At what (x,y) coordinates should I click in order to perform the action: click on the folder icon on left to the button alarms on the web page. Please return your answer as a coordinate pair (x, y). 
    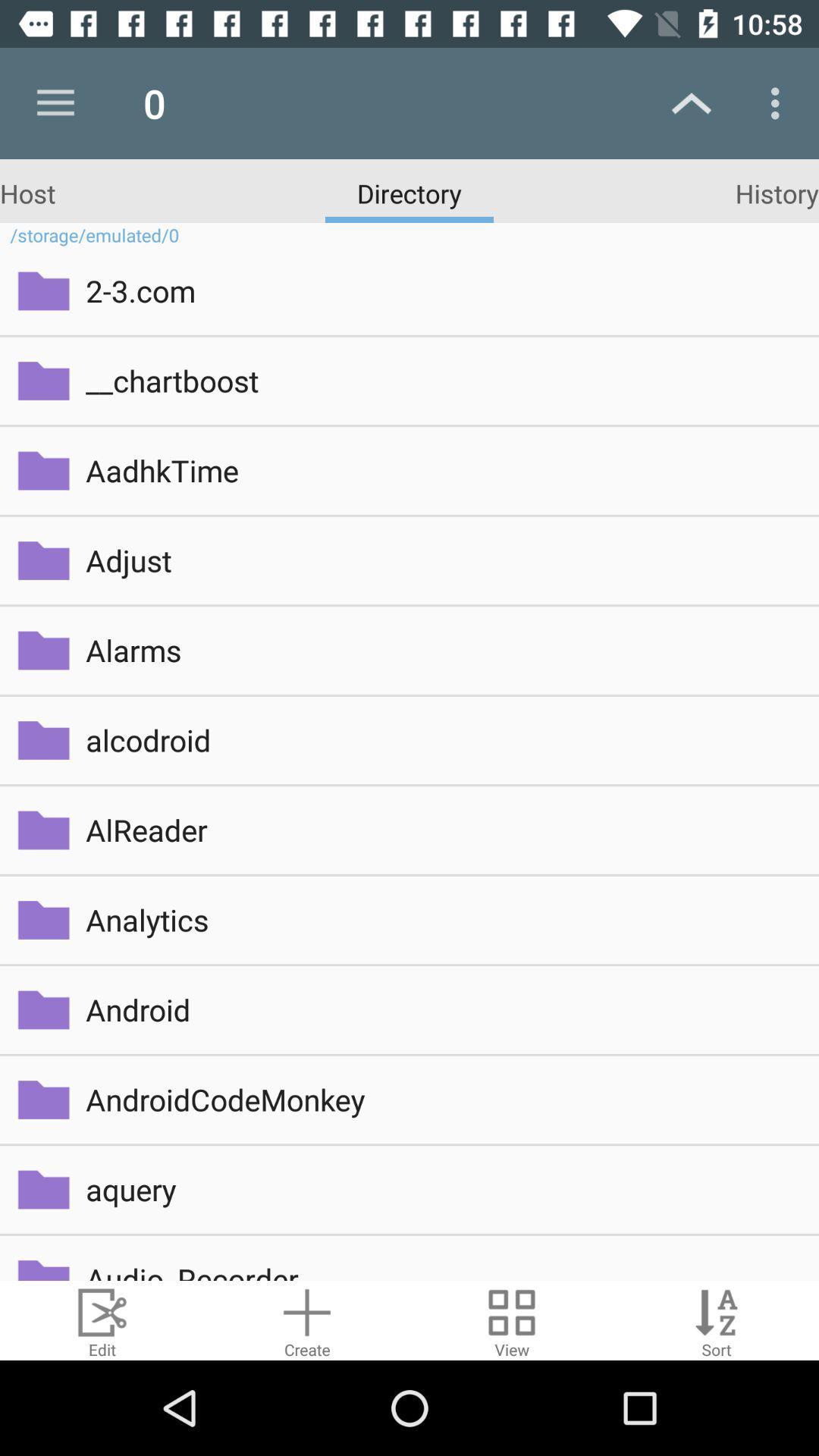
    Looking at the image, I should click on (42, 651).